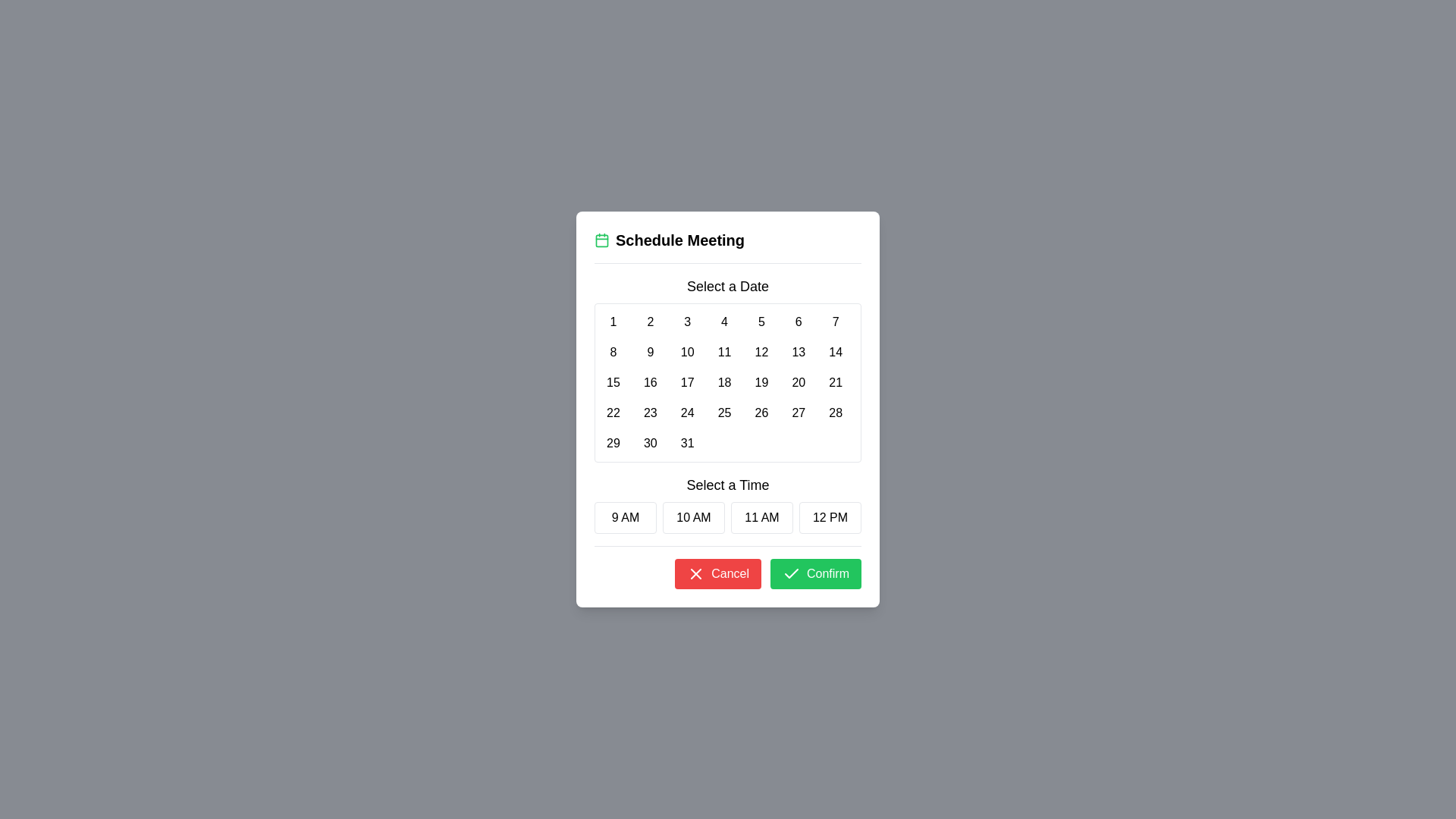 The height and width of the screenshot is (819, 1456). What do you see at coordinates (728, 239) in the screenshot?
I see `the header title of the modal dialog that indicates the content and purpose of scheduling a meeting to read more details` at bounding box center [728, 239].